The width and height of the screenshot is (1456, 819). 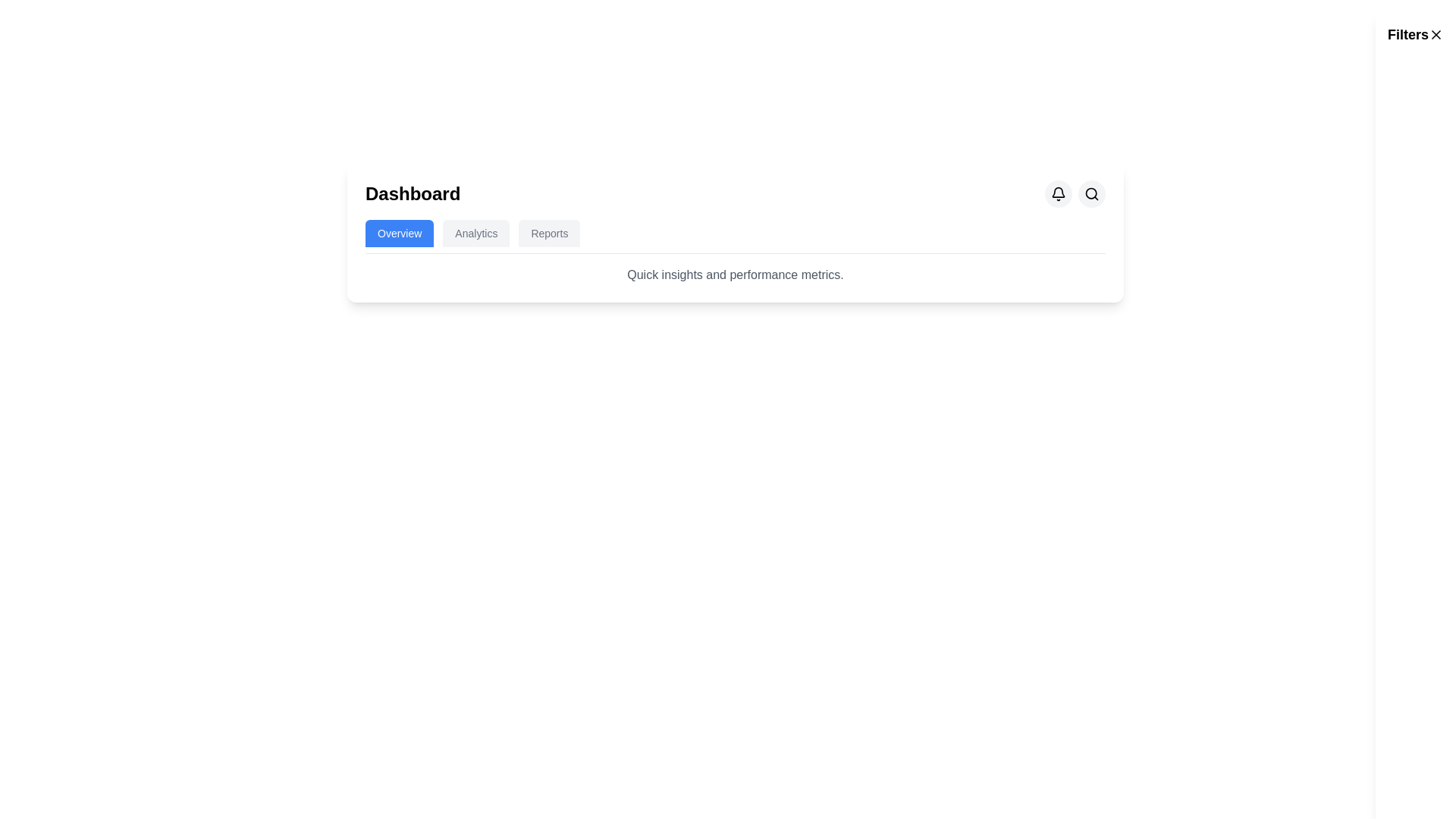 What do you see at coordinates (1058, 193) in the screenshot?
I see `the first button in the group located at the top-right corner of the main content area` at bounding box center [1058, 193].